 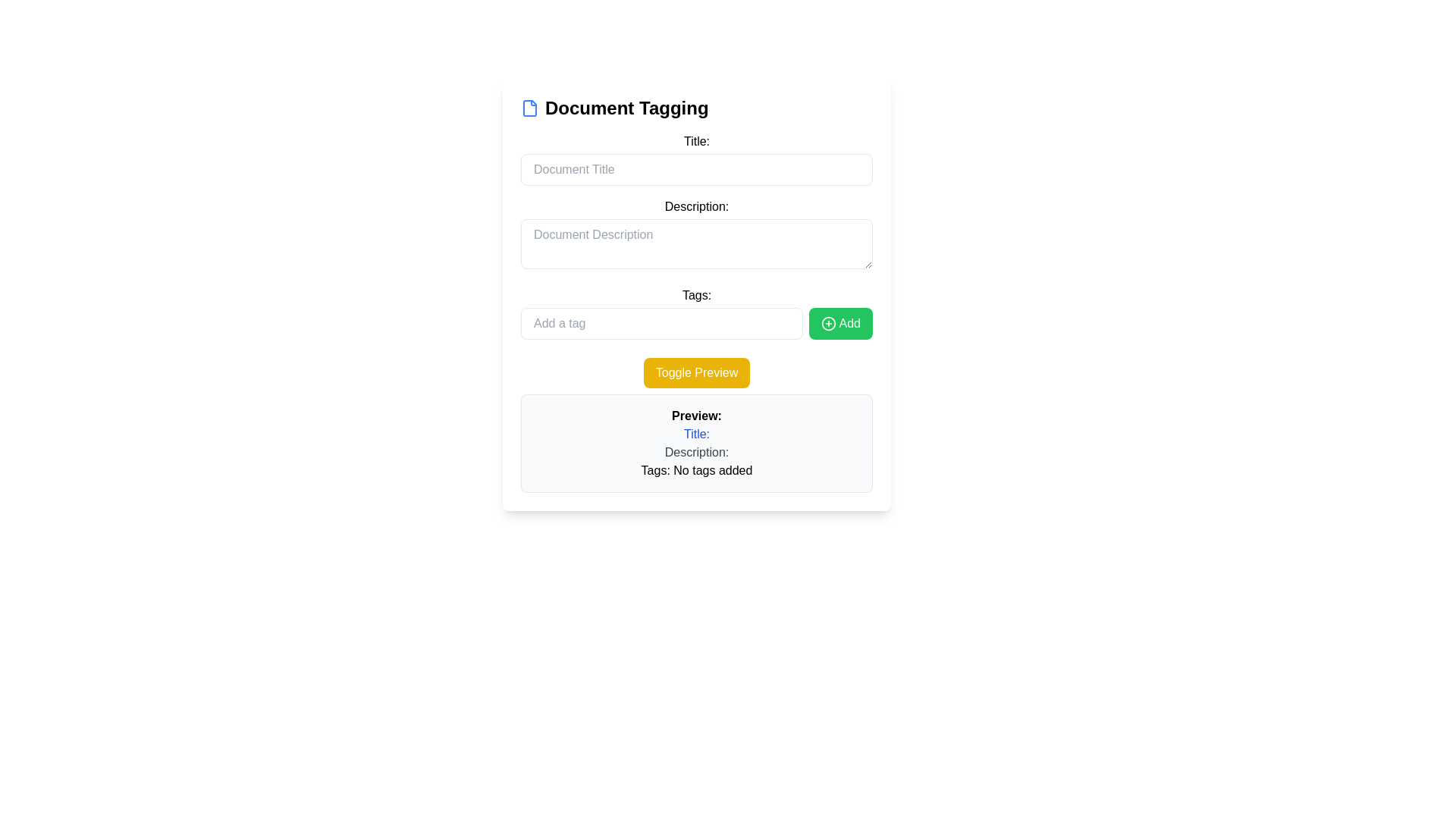 I want to click on the 'Toggle Preview' button, which is a rectangular button with rounded corners, yellow background, and white text, located above the 'Preview' panel, so click(x=695, y=373).